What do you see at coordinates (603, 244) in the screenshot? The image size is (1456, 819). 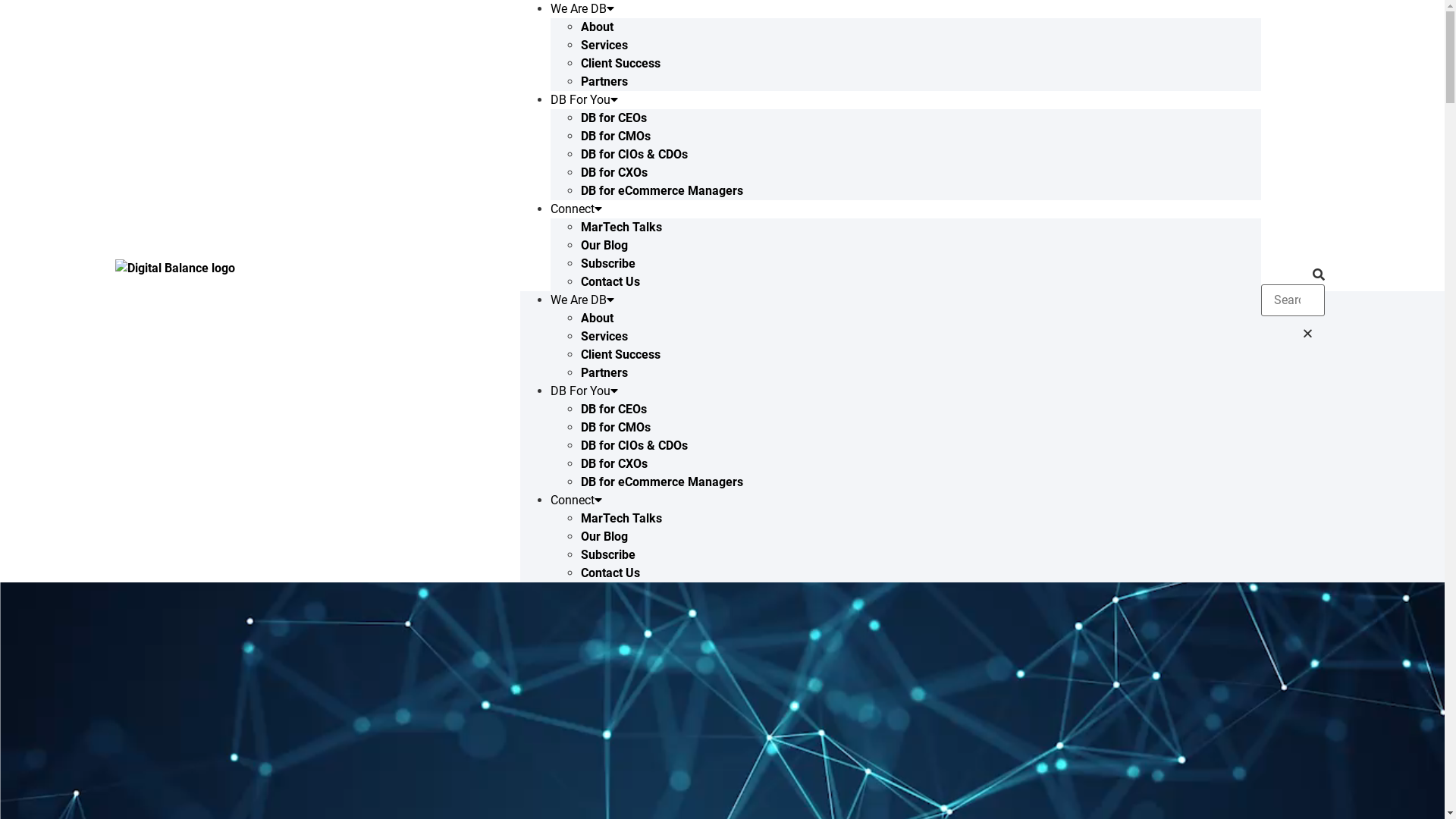 I see `'Our Blog'` at bounding box center [603, 244].